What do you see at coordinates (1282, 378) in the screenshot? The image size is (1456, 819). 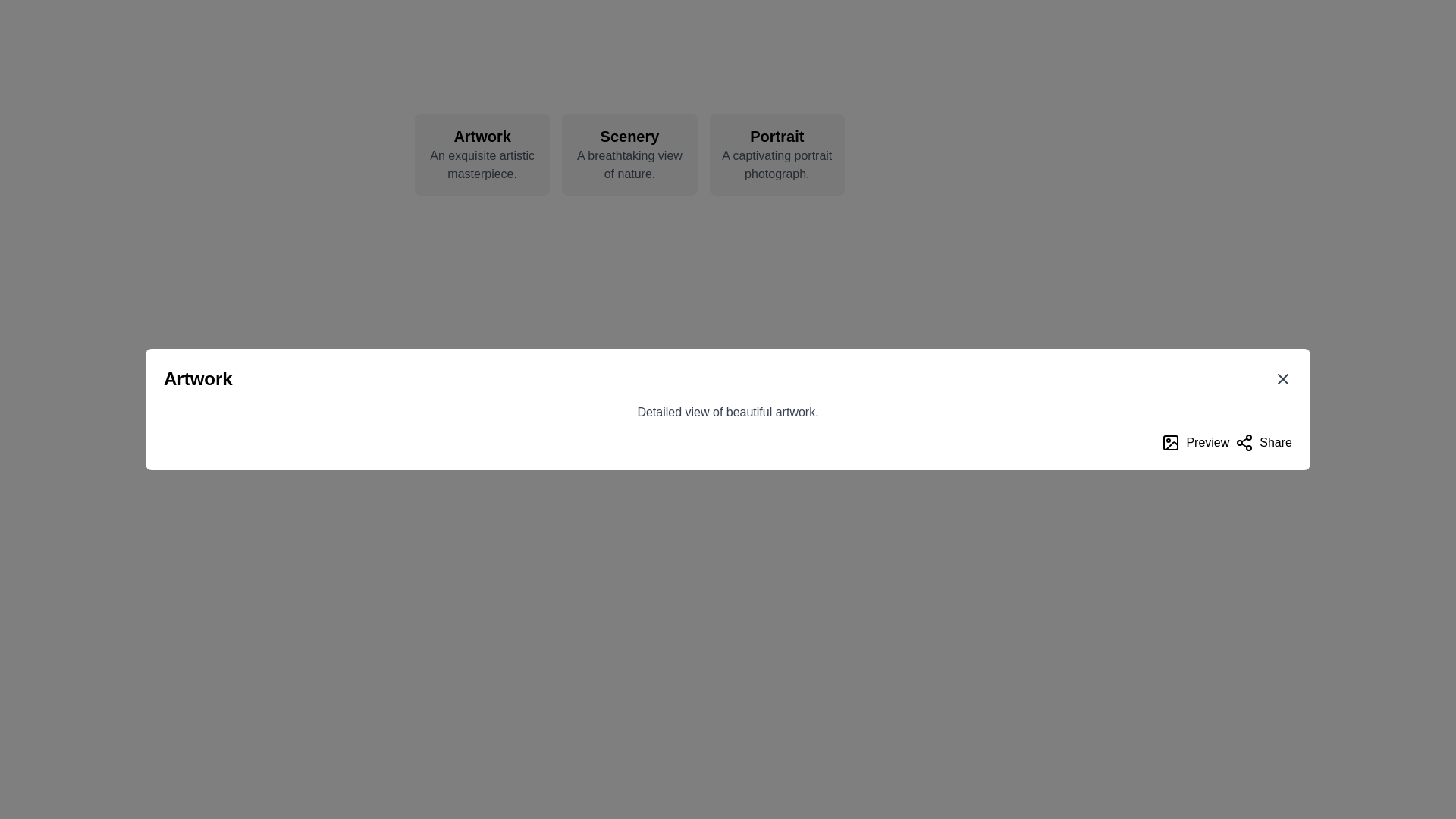 I see `the square button with an 'X' icon located at the top-right corner of the artwork view` at bounding box center [1282, 378].